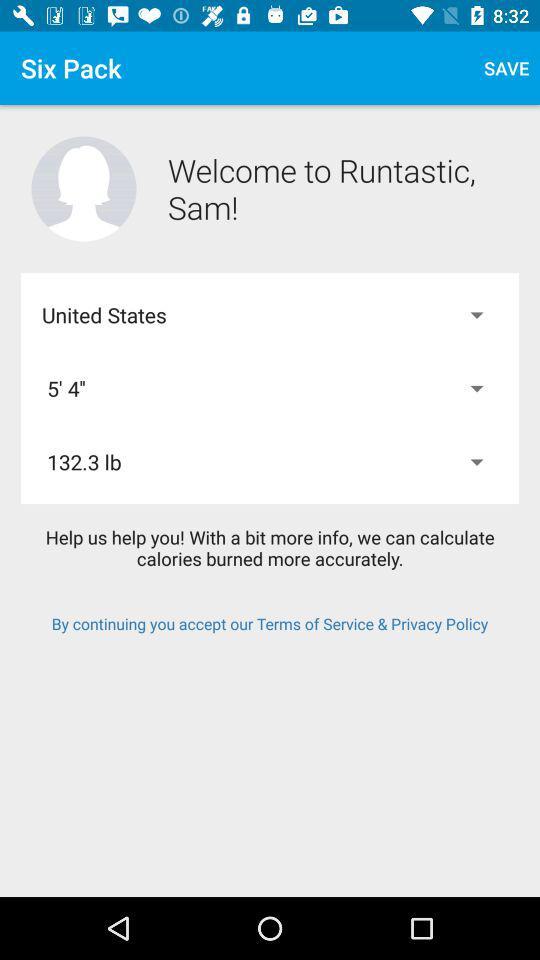 Image resolution: width=540 pixels, height=960 pixels. What do you see at coordinates (270, 462) in the screenshot?
I see `132.3 lb` at bounding box center [270, 462].